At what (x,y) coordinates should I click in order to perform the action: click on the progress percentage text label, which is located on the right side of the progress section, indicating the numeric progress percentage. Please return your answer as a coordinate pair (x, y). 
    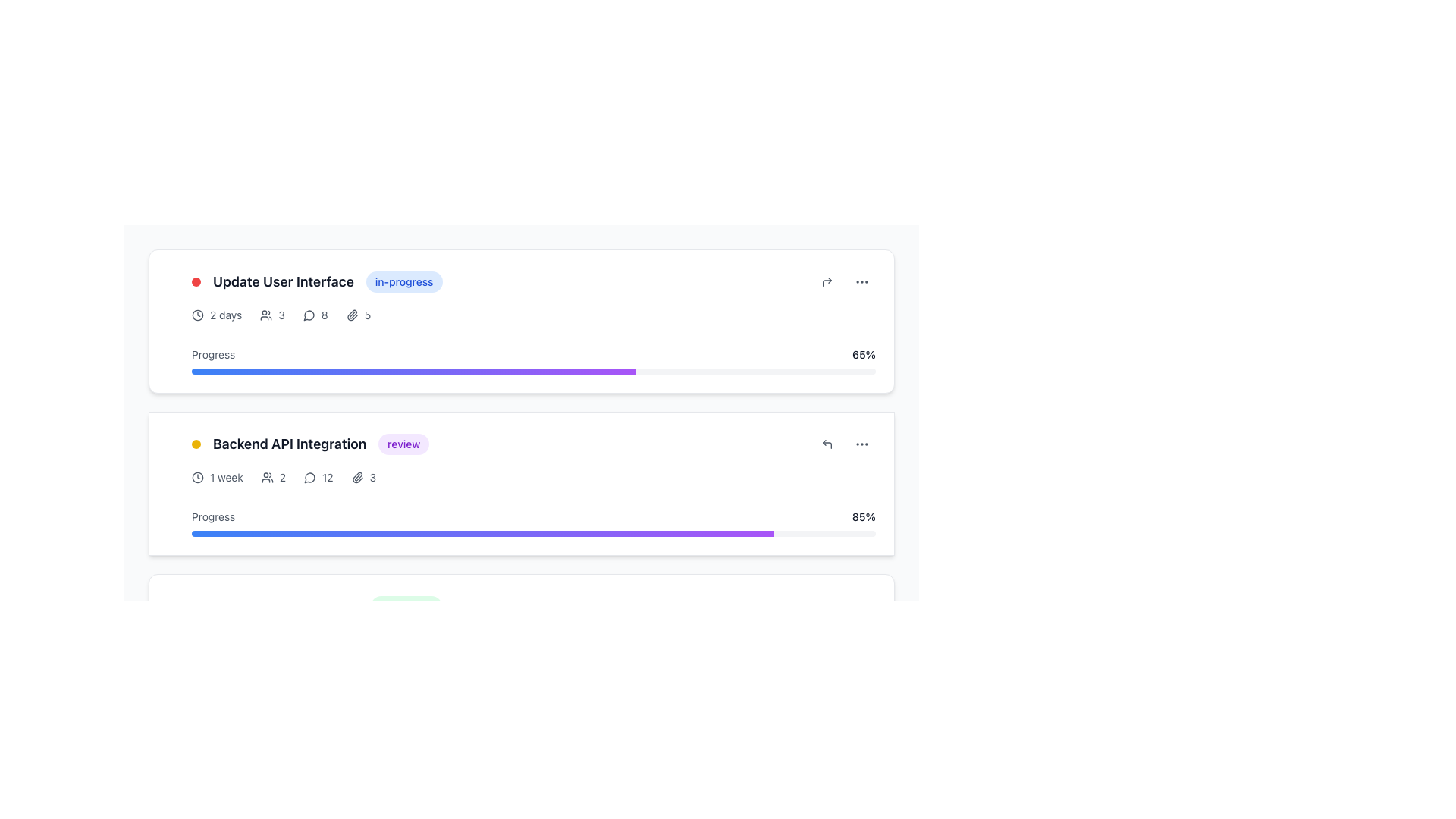
    Looking at the image, I should click on (864, 354).